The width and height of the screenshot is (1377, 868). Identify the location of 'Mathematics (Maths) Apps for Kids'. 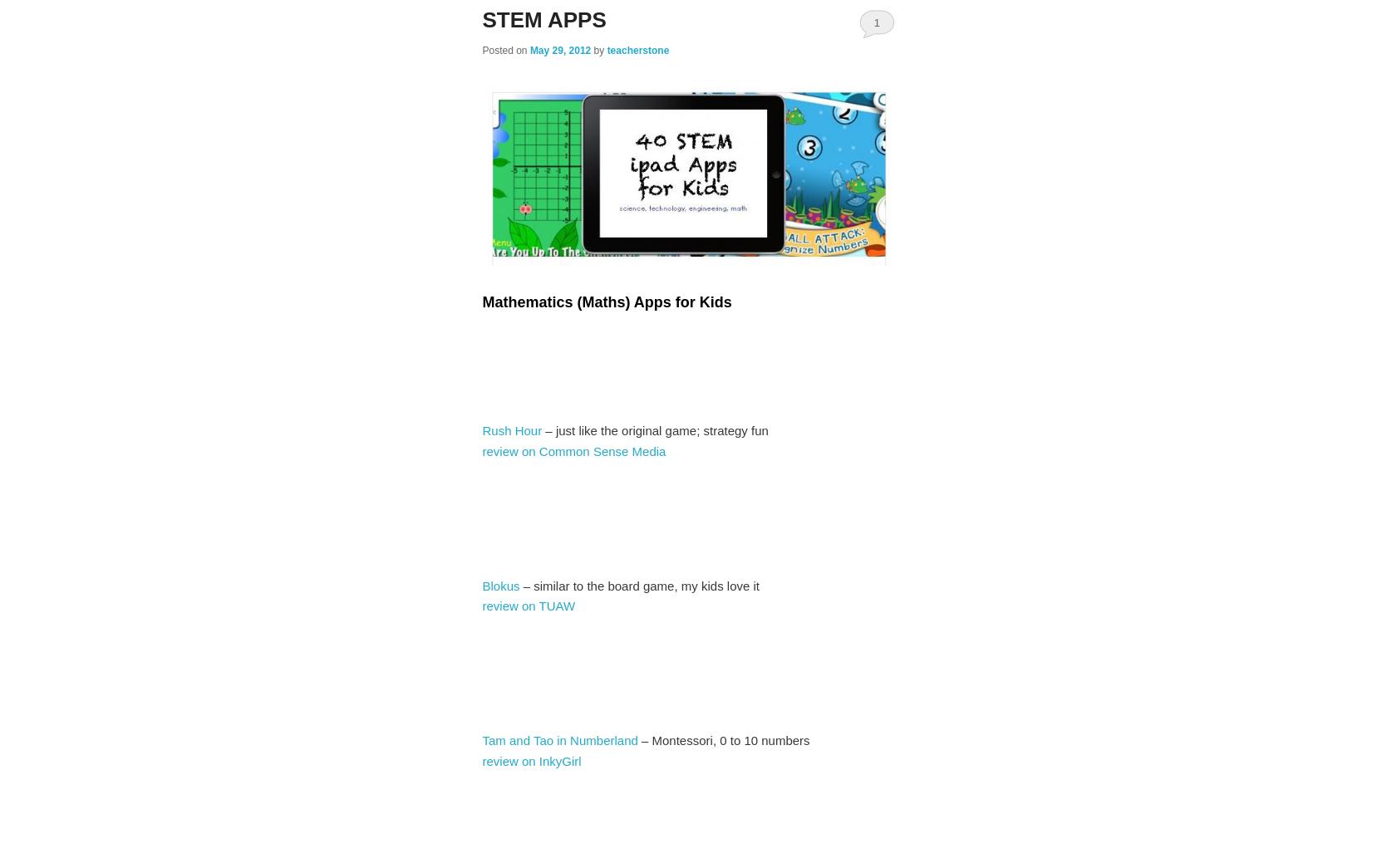
(481, 301).